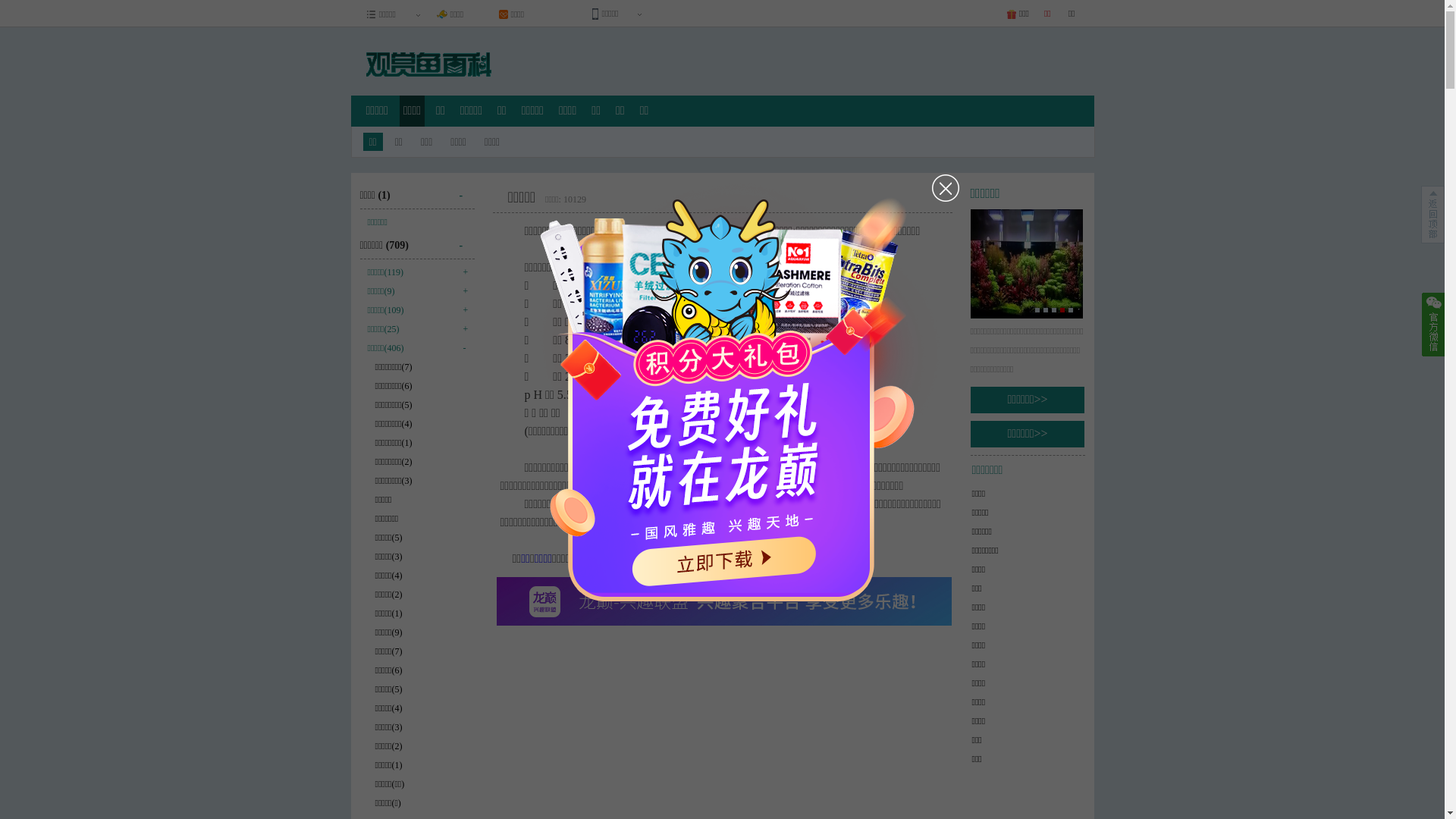 The width and height of the screenshot is (1456, 819). I want to click on '-', so click(461, 346).